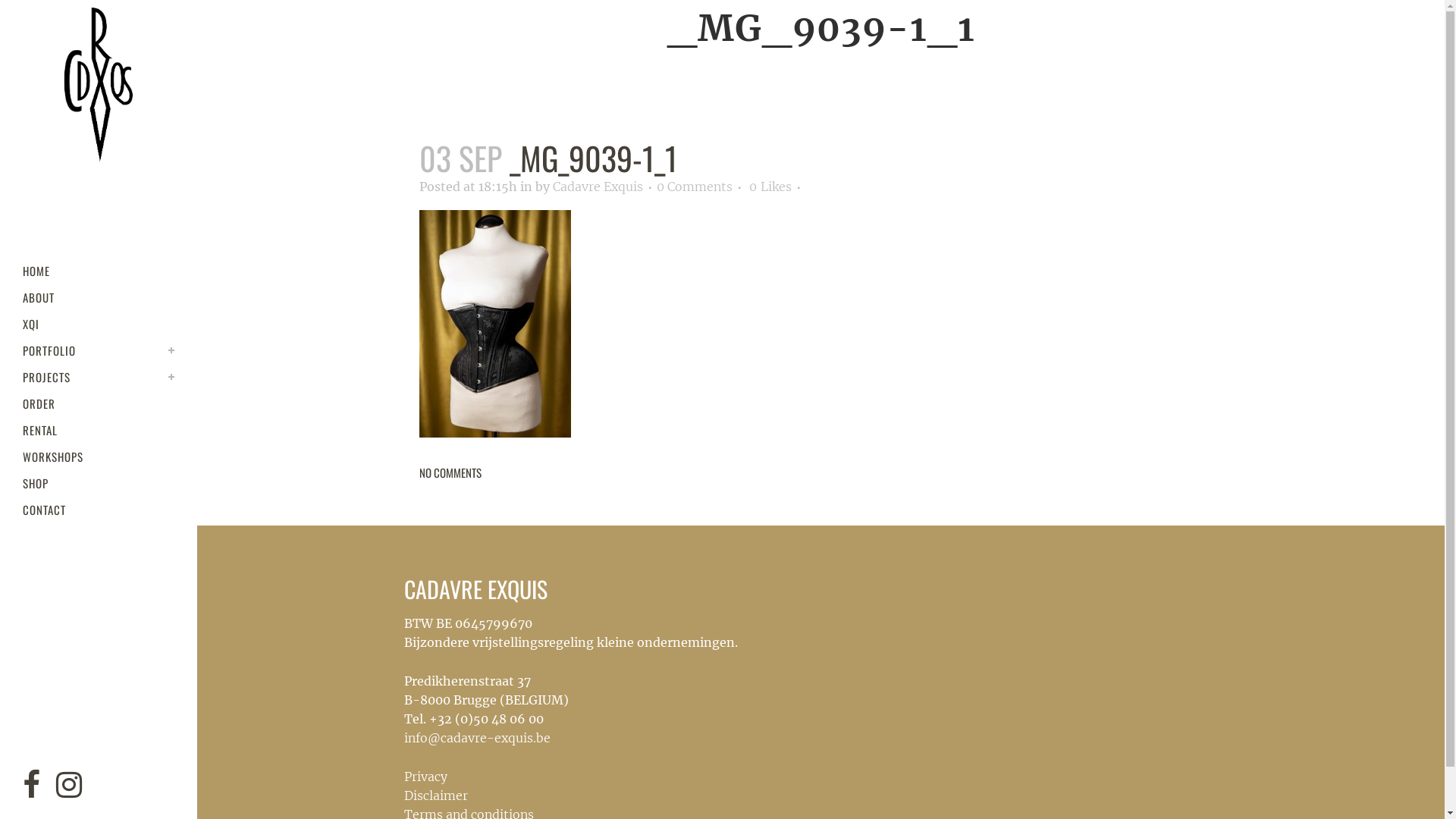 The image size is (1456, 819). Describe the element at coordinates (97, 510) in the screenshot. I see `'CONTACT'` at that location.